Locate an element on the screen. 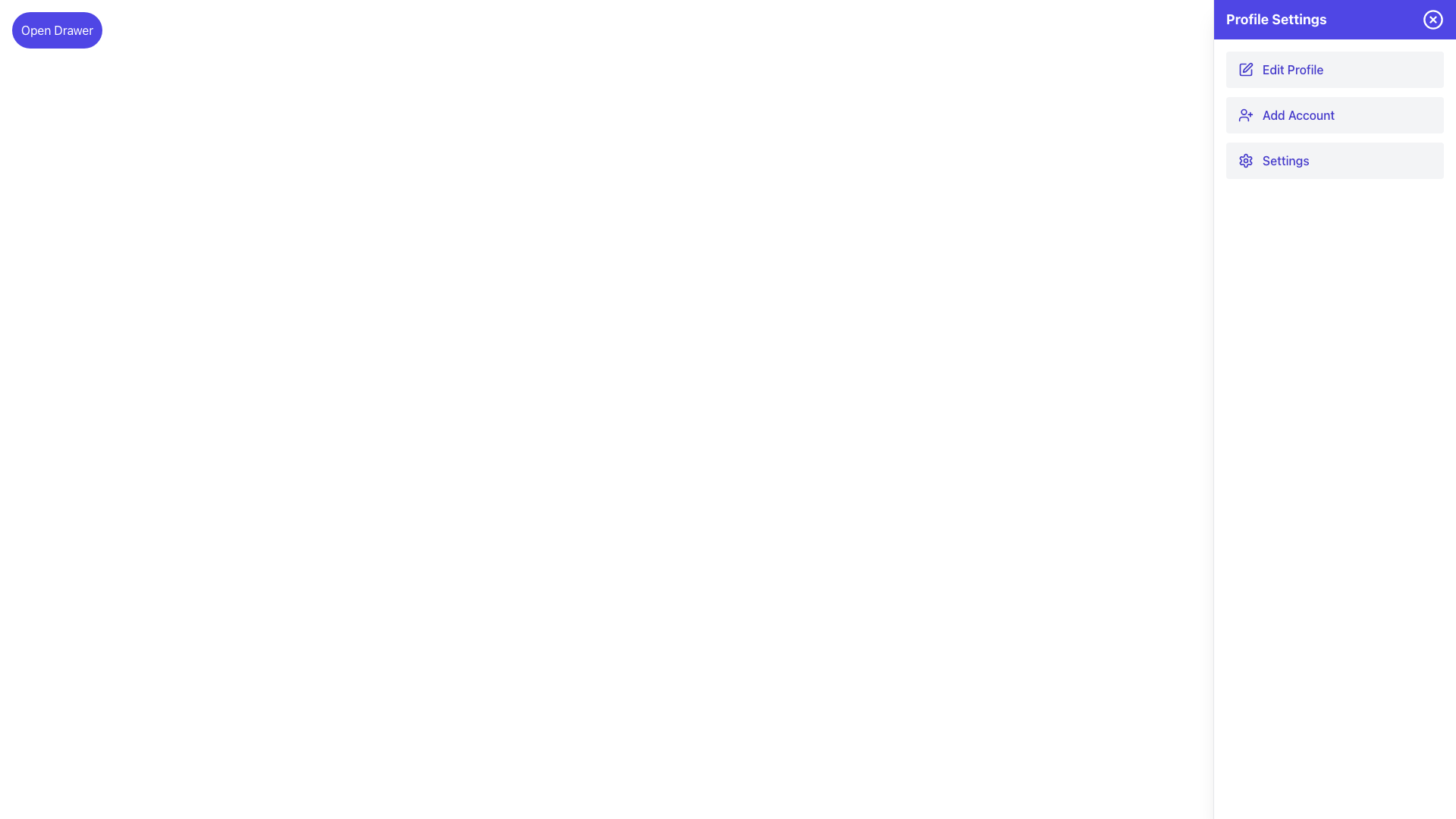  the decorative pen and square icon with a purple outline next to the 'Edit Profile' label in the Profile Settings section is located at coordinates (1245, 70).